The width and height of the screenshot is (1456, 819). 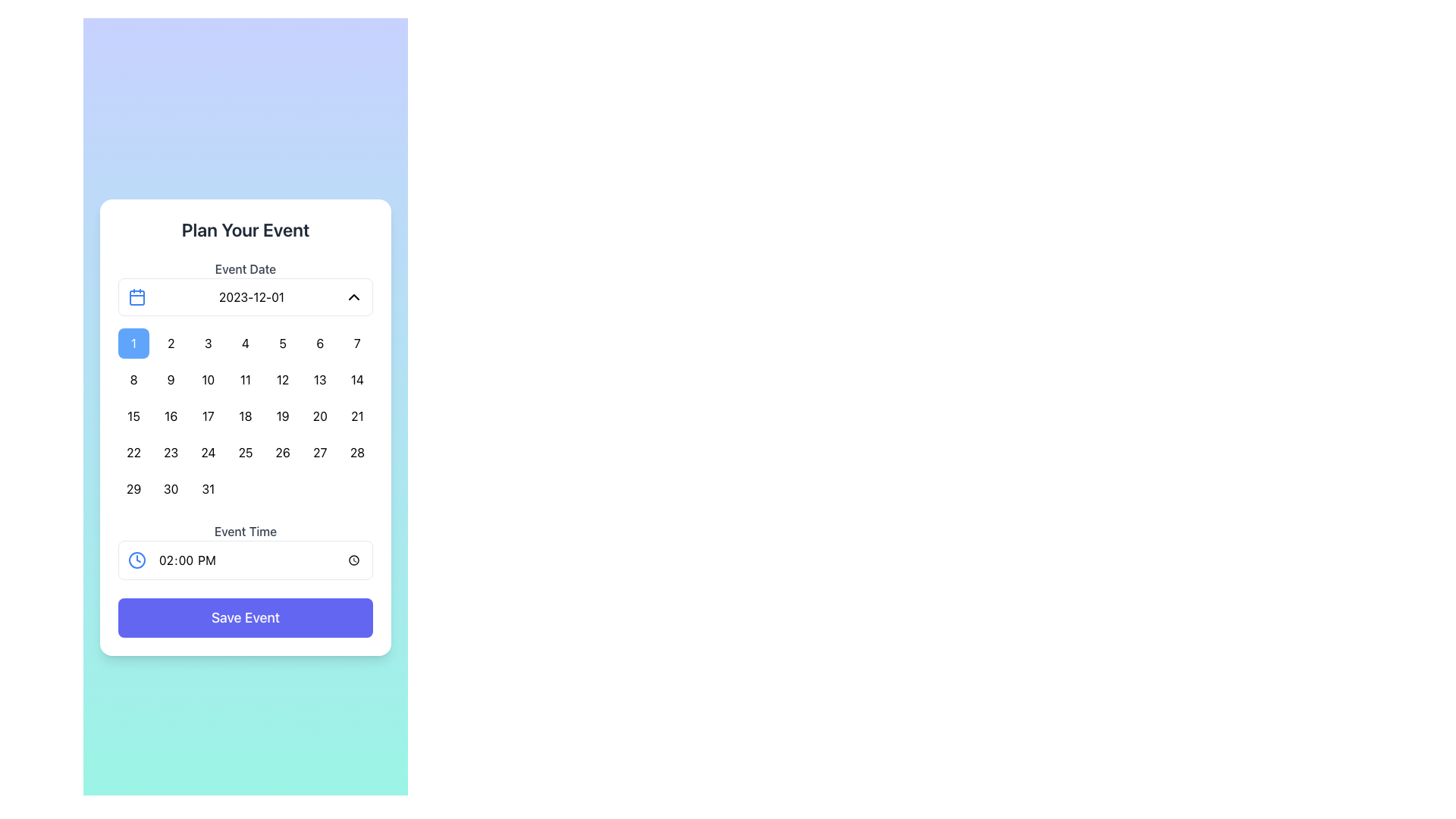 What do you see at coordinates (283, 343) in the screenshot?
I see `the button displaying the number '5'` at bounding box center [283, 343].